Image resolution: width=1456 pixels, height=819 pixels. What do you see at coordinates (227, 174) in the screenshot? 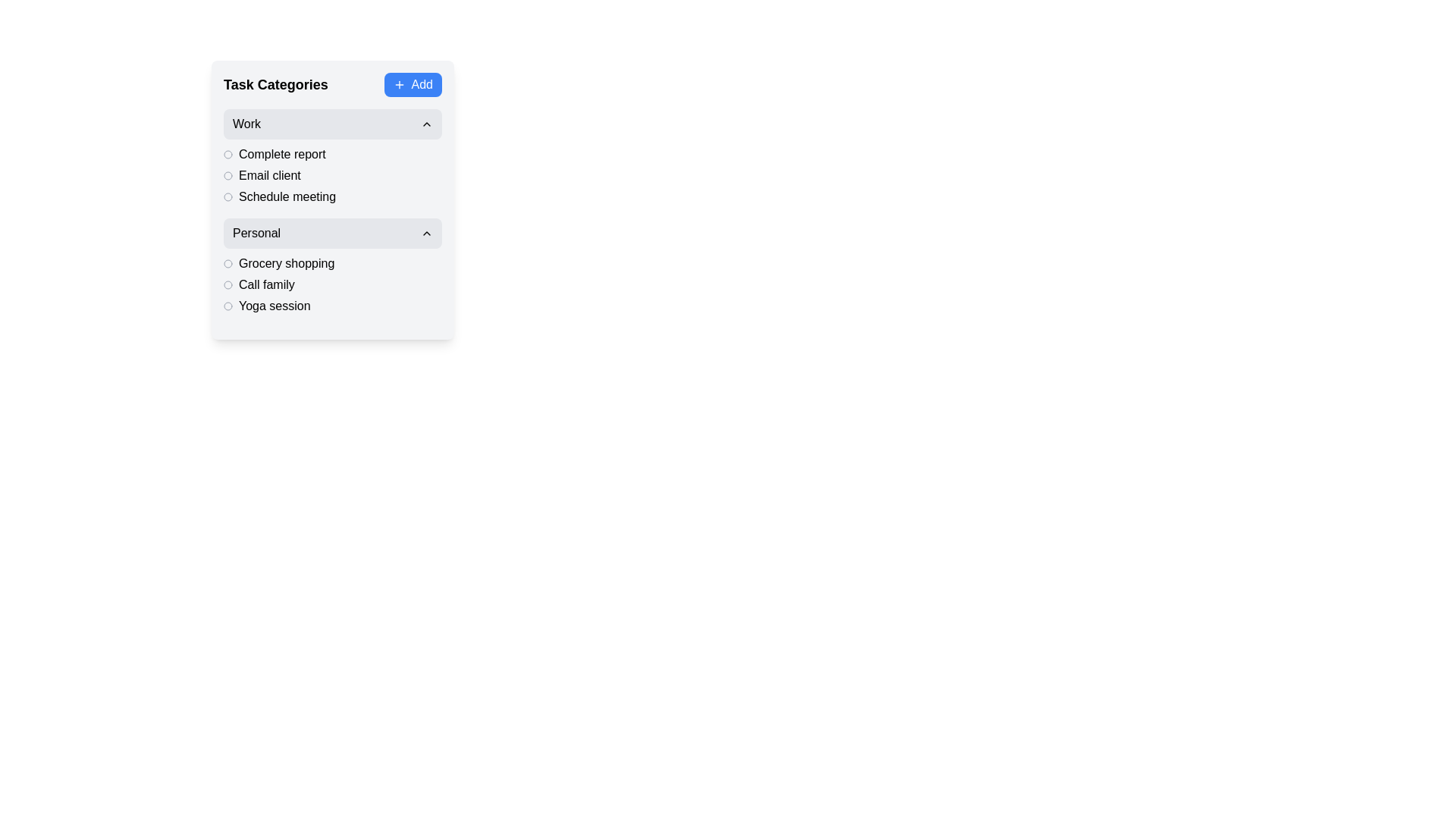
I see `the decorative icon associated with the 'Email client' text, which signifies status or an actionable item, located to the left of the 'Email client' text in the 'Work' category` at bounding box center [227, 174].